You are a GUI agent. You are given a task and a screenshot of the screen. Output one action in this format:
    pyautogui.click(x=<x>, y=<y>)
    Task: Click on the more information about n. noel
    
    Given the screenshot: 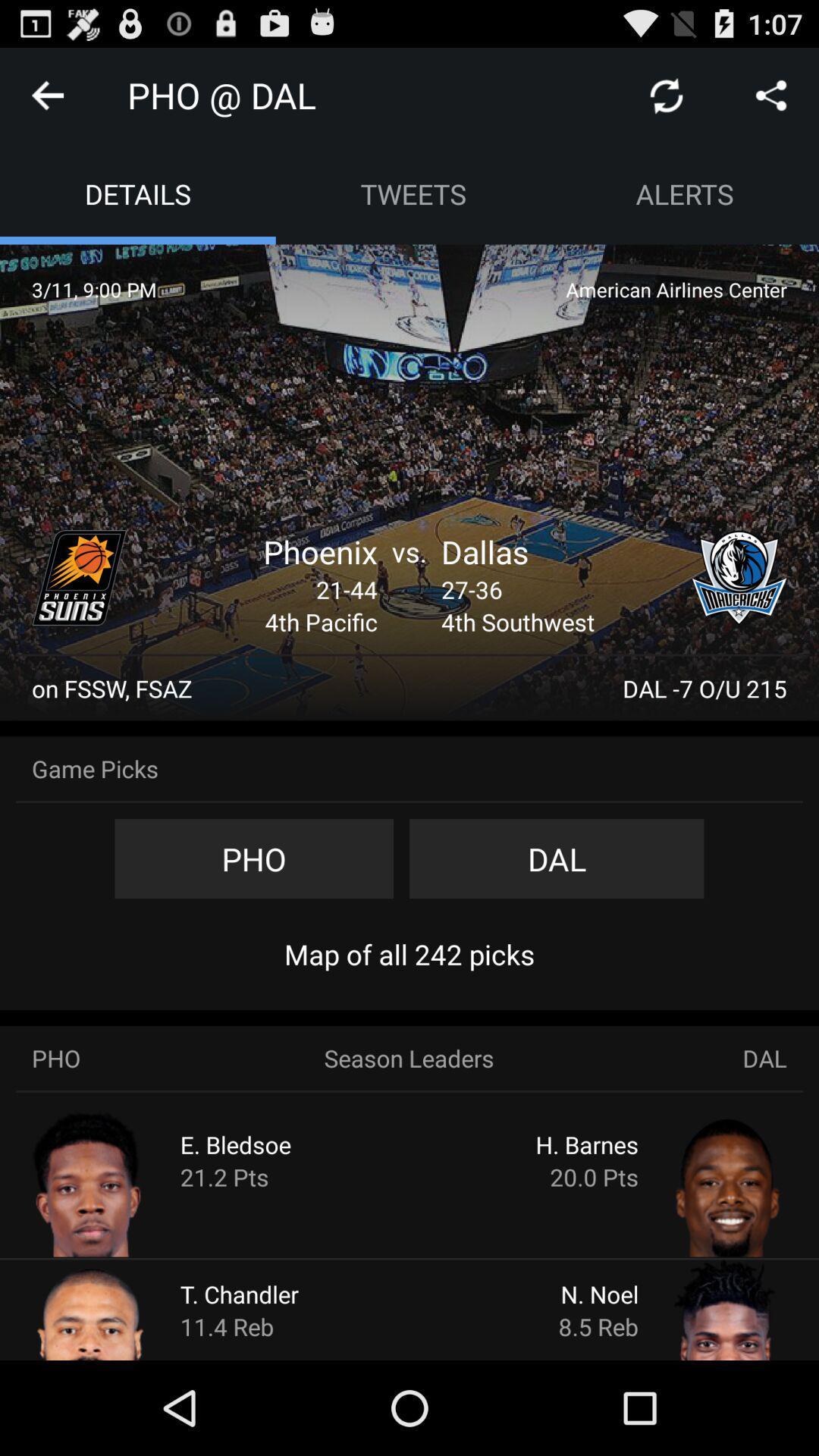 What is the action you would take?
    pyautogui.click(x=699, y=1308)
    